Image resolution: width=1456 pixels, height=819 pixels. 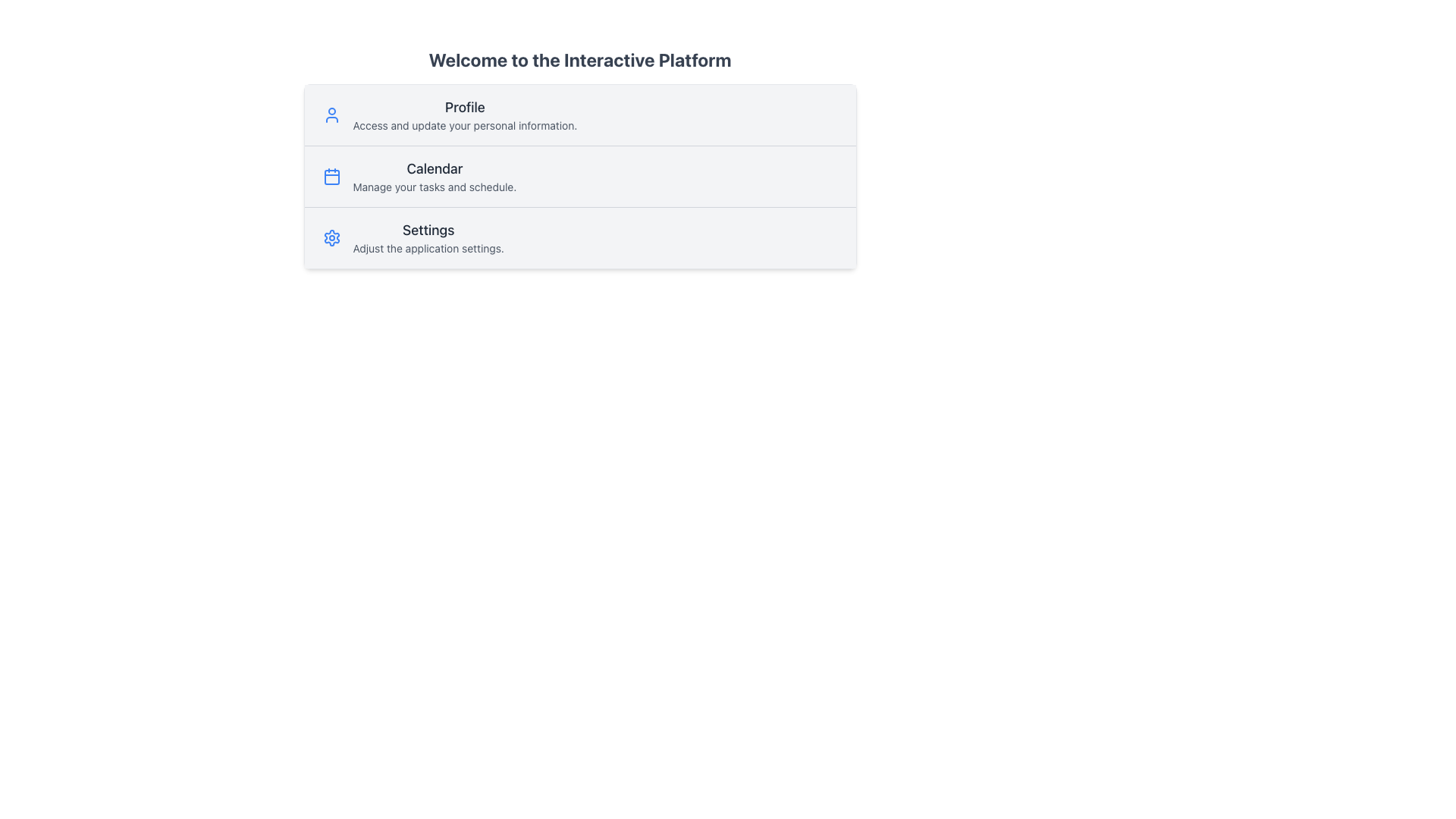 What do you see at coordinates (579, 175) in the screenshot?
I see `contents of the List item labeled 'Calendar' which contains an icon and two textual components, positioned as the second row in a vertical list` at bounding box center [579, 175].